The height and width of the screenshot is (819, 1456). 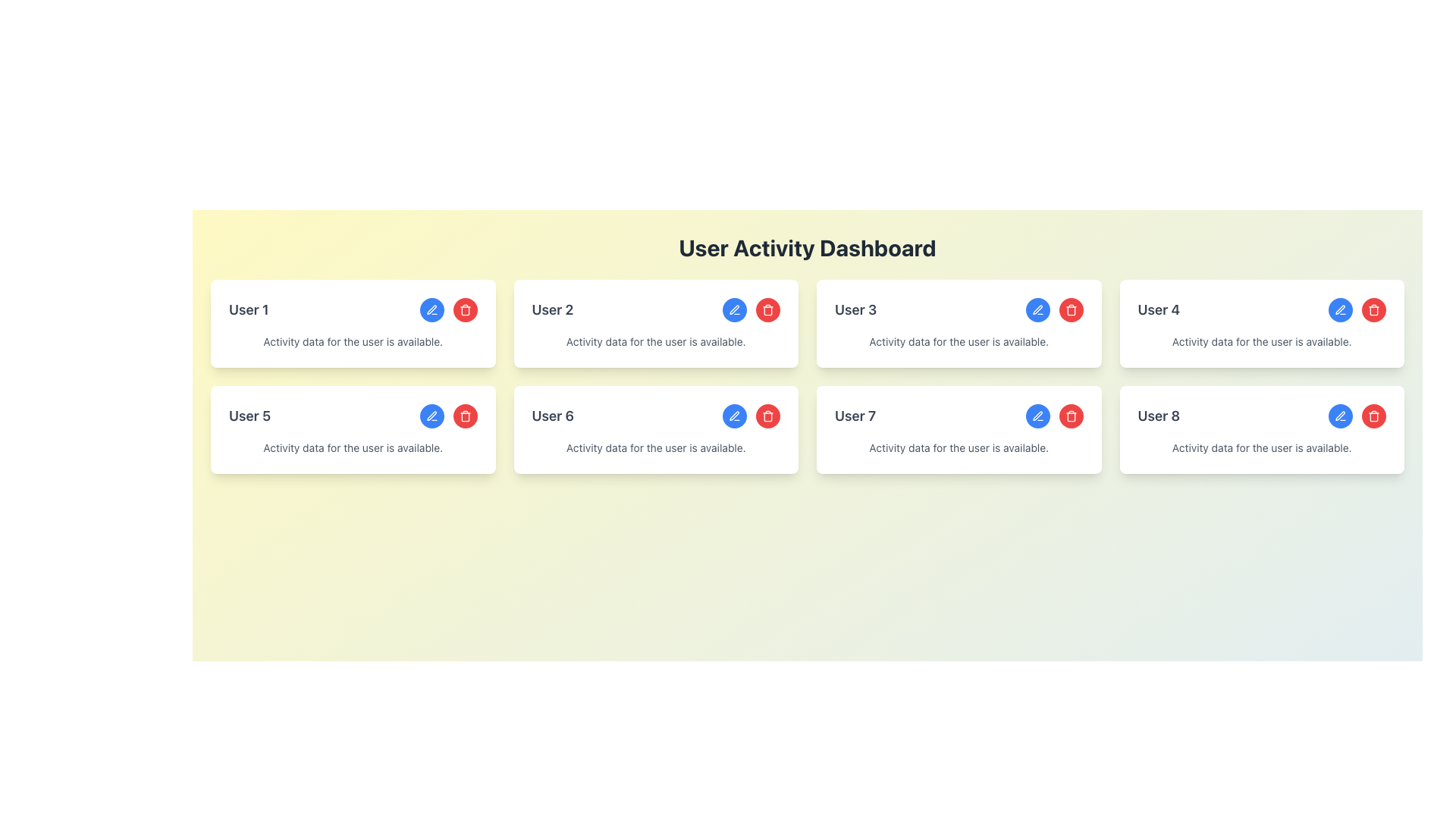 What do you see at coordinates (1373, 416) in the screenshot?
I see `the circular red delete button with a white trash can icon located on the far-right side of User 8's card in the User Activity Dashboard` at bounding box center [1373, 416].